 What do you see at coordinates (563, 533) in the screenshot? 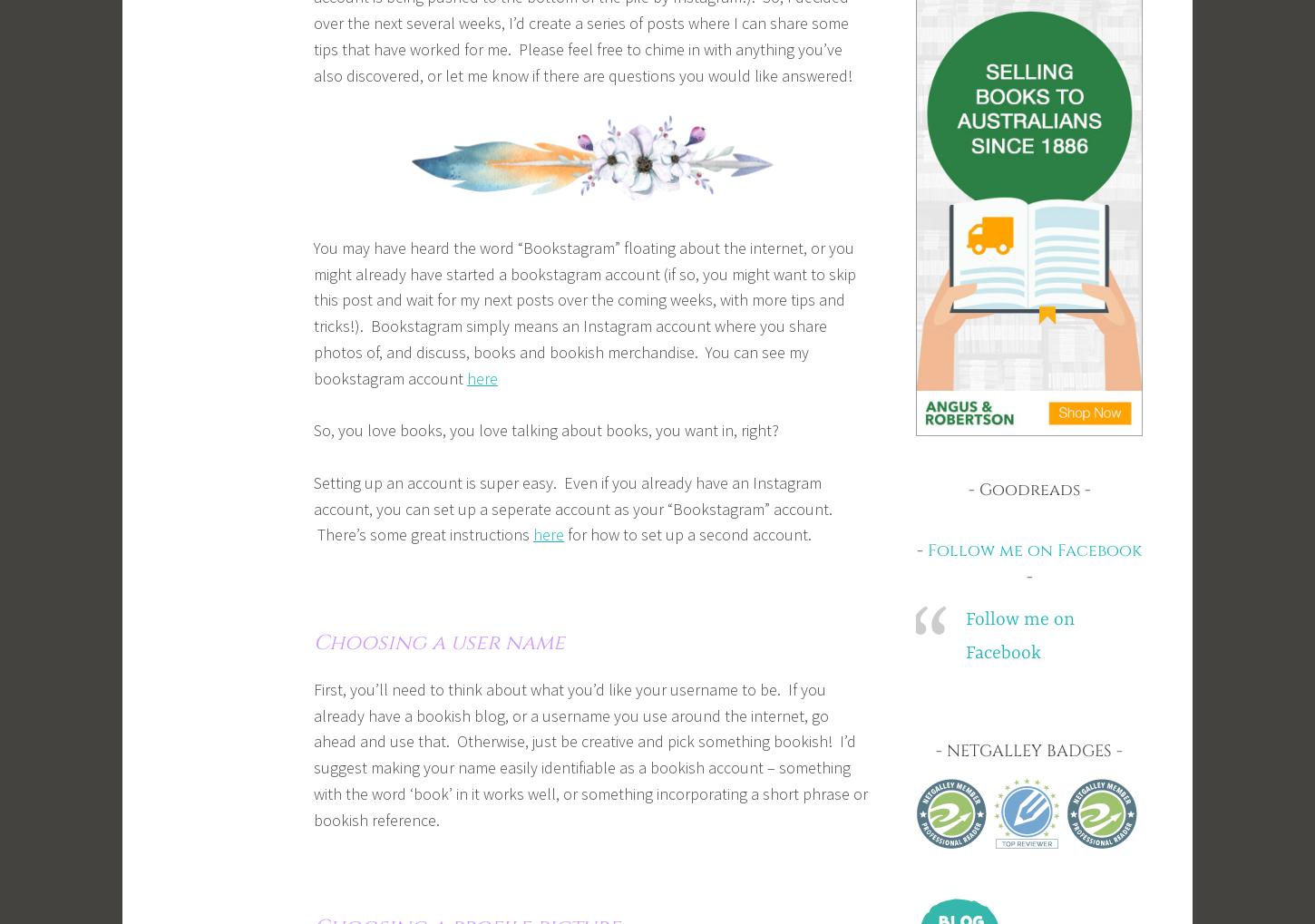
I see `'for how to set up a second account.'` at bounding box center [563, 533].